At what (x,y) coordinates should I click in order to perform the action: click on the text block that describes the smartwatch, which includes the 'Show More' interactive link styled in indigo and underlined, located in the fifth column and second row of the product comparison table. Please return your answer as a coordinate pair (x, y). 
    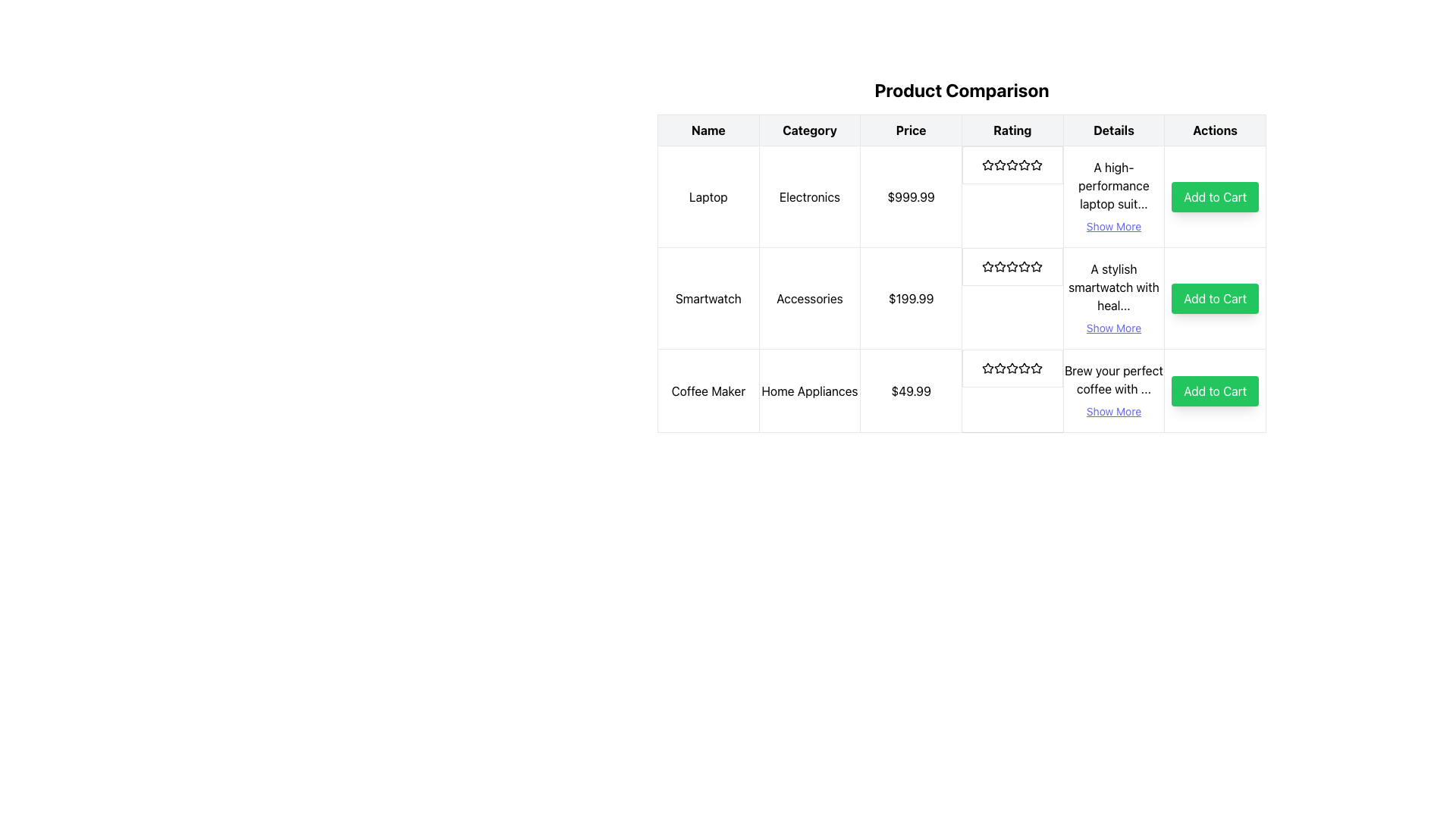
    Looking at the image, I should click on (1113, 298).